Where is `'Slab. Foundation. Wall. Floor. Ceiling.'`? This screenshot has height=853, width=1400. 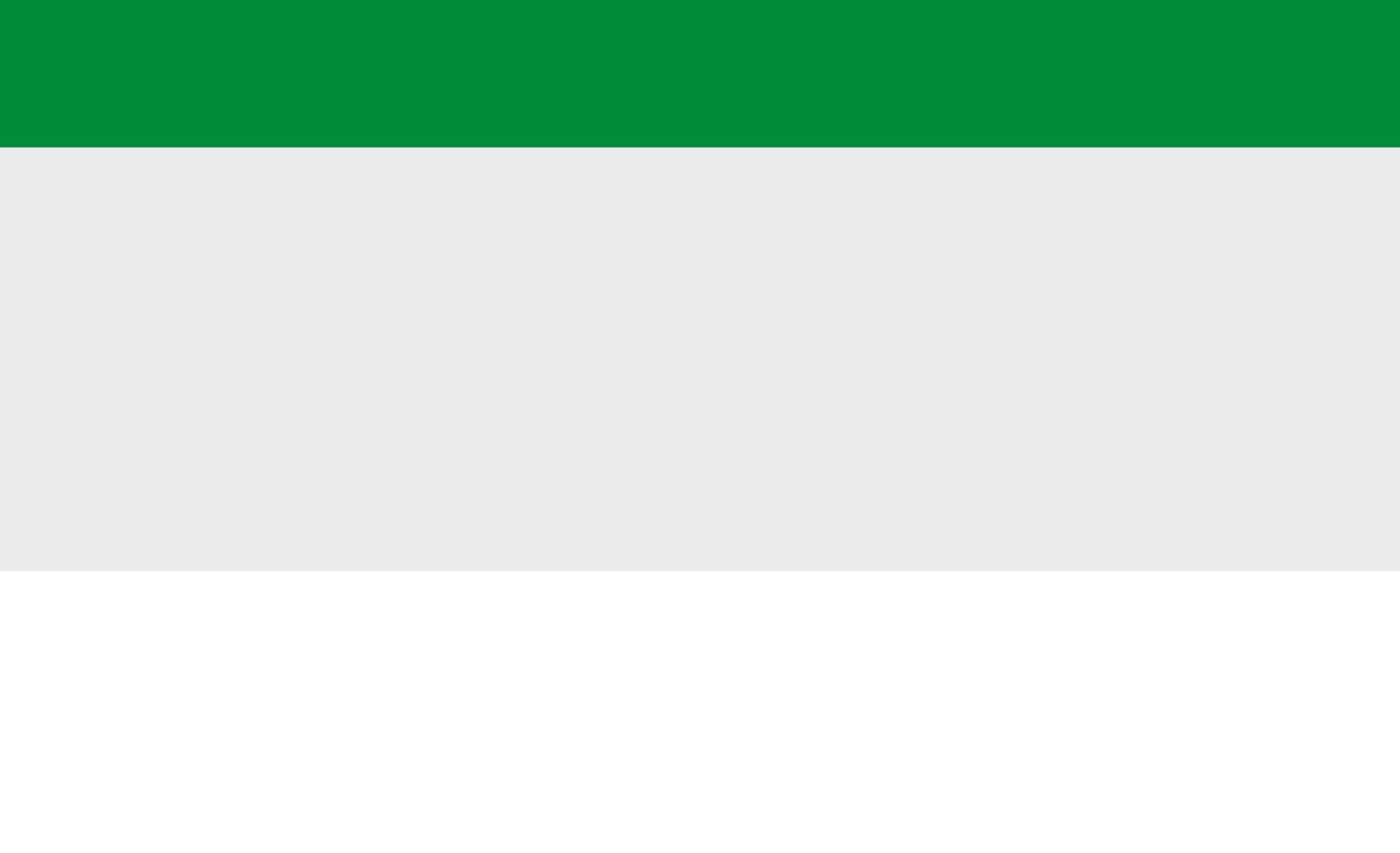
'Slab. Foundation. Wall. Floor. Ceiling.' is located at coordinates (469, 32).